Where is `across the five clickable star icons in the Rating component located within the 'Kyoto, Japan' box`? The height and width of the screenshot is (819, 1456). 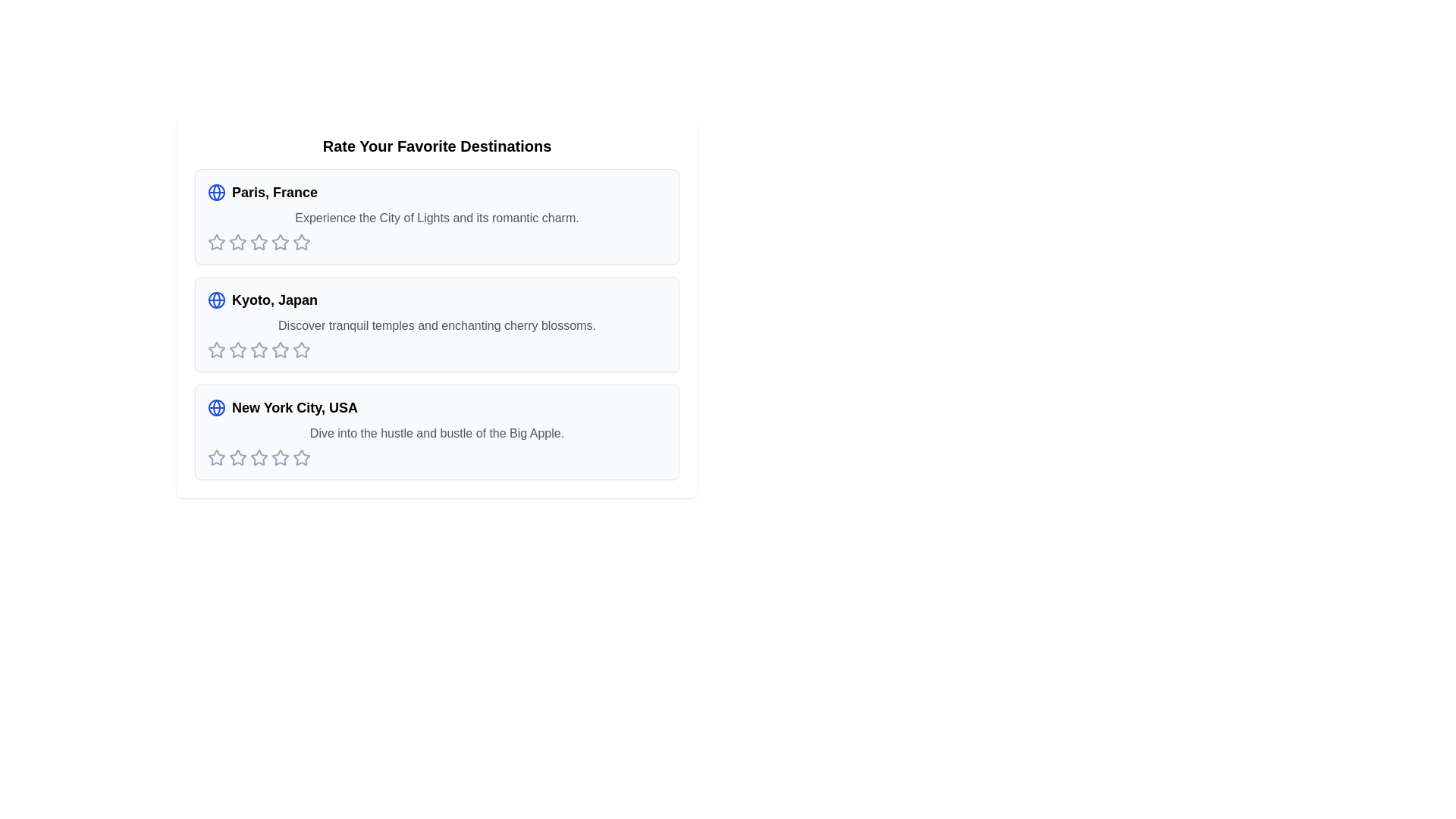
across the five clickable star icons in the Rating component located within the 'Kyoto, Japan' box is located at coordinates (436, 350).